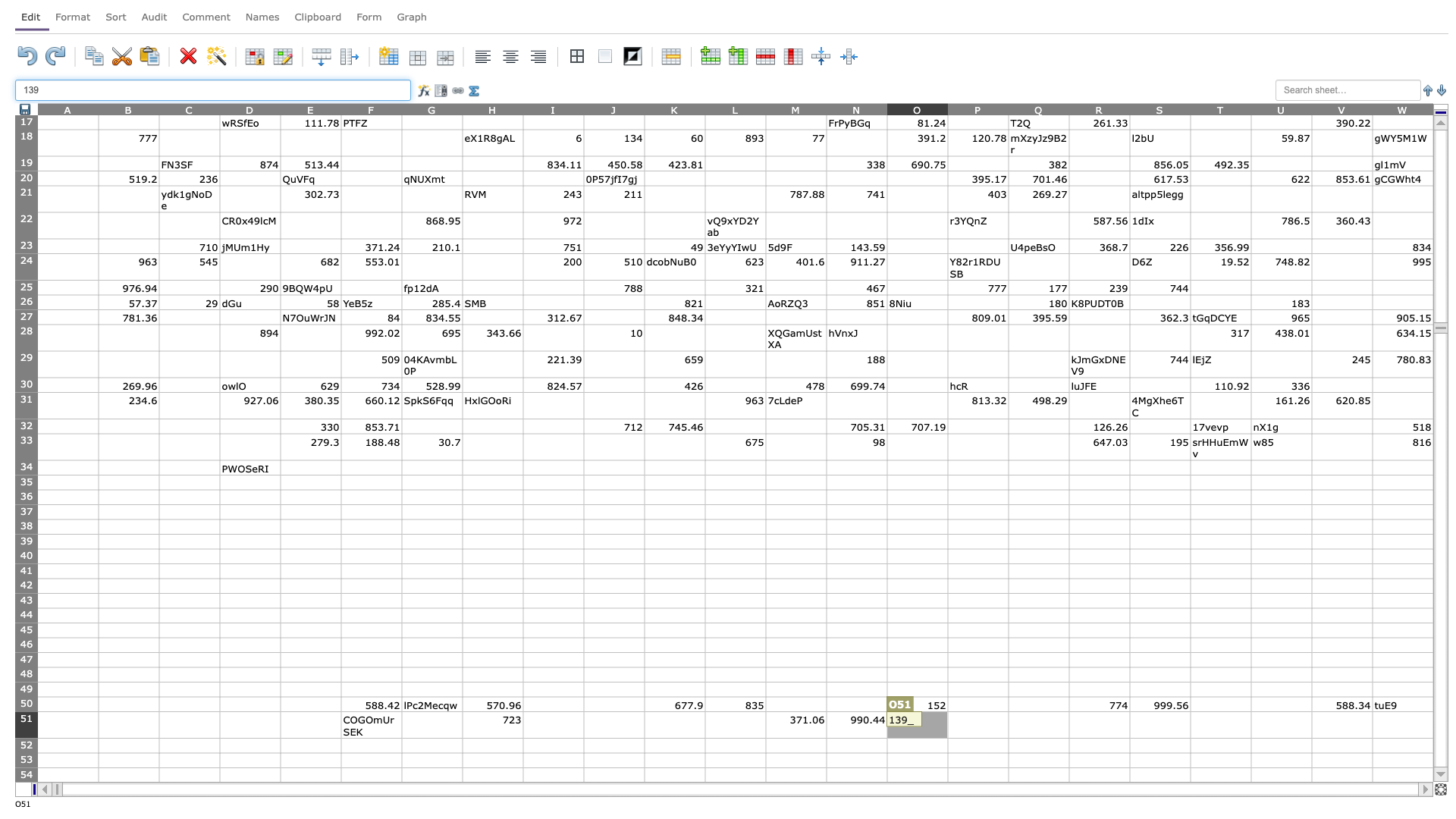  I want to click on top left at column R row 51, so click(1068, 711).